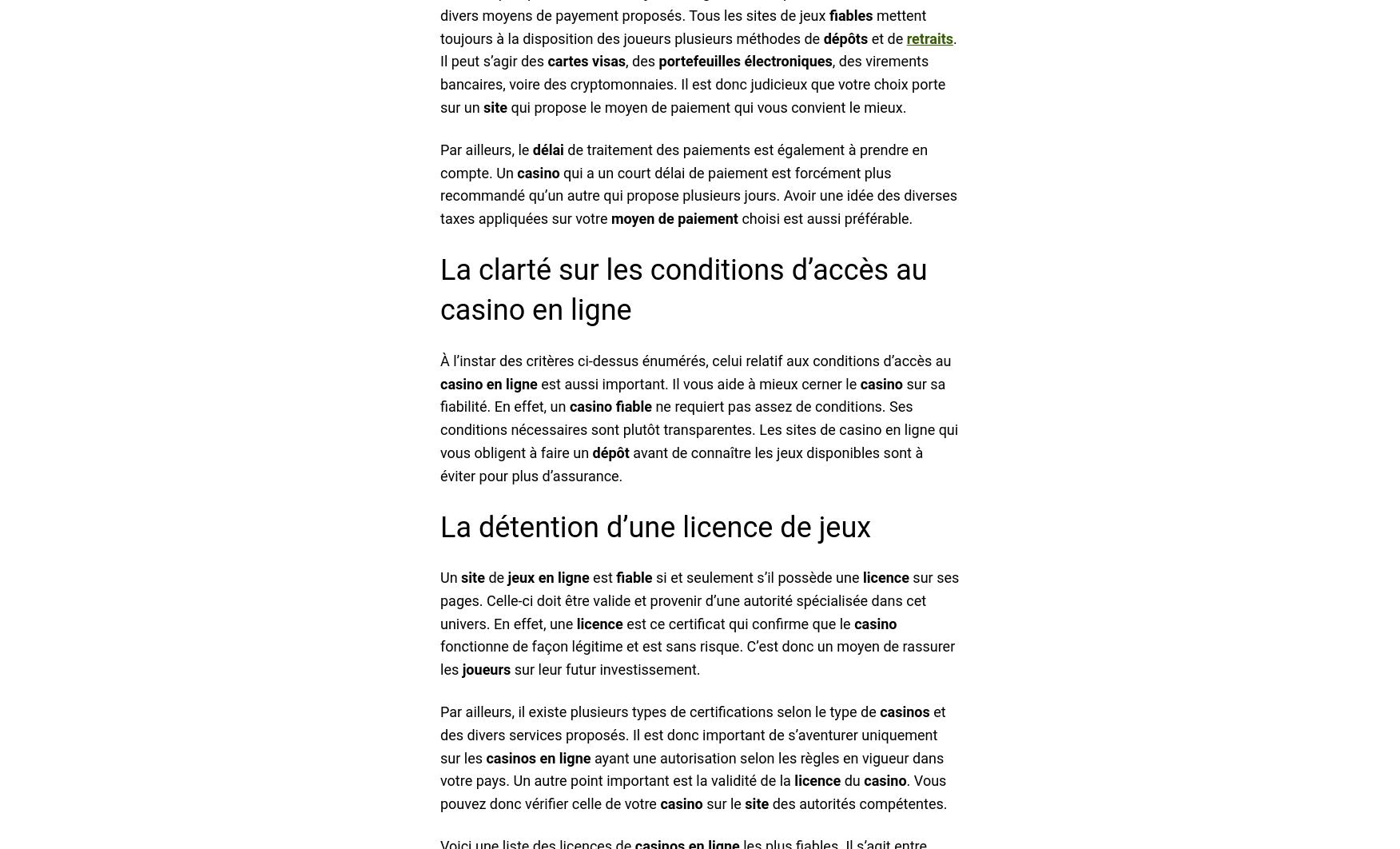  Describe the element at coordinates (697, 657) in the screenshot. I see `'fonctionne de façon légitime et est sans risque. C’est donc un moyen de rassurer les'` at that location.